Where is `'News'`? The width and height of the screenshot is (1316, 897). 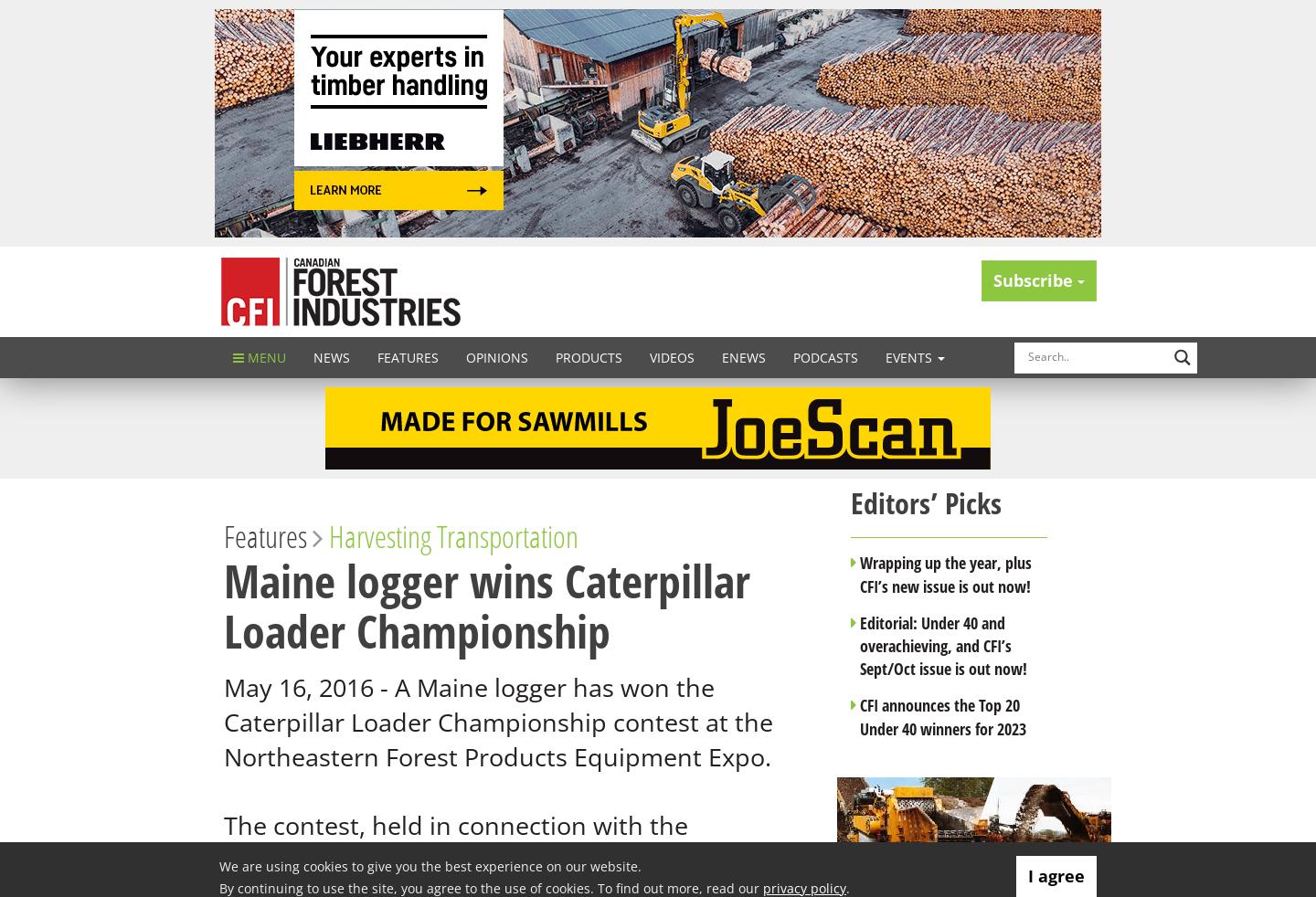 'News' is located at coordinates (331, 356).